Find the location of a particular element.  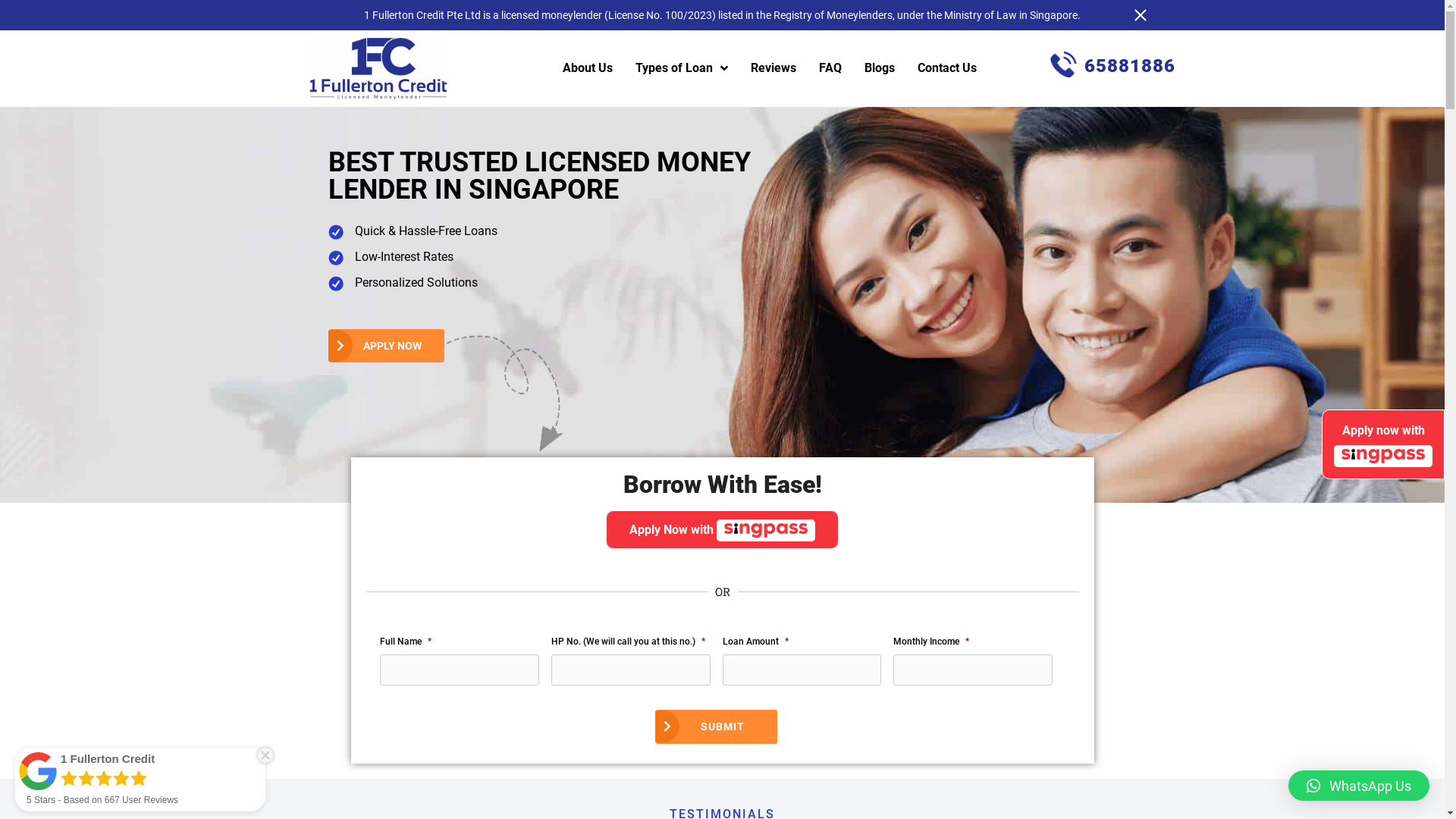

'Submit' is located at coordinates (716, 726).